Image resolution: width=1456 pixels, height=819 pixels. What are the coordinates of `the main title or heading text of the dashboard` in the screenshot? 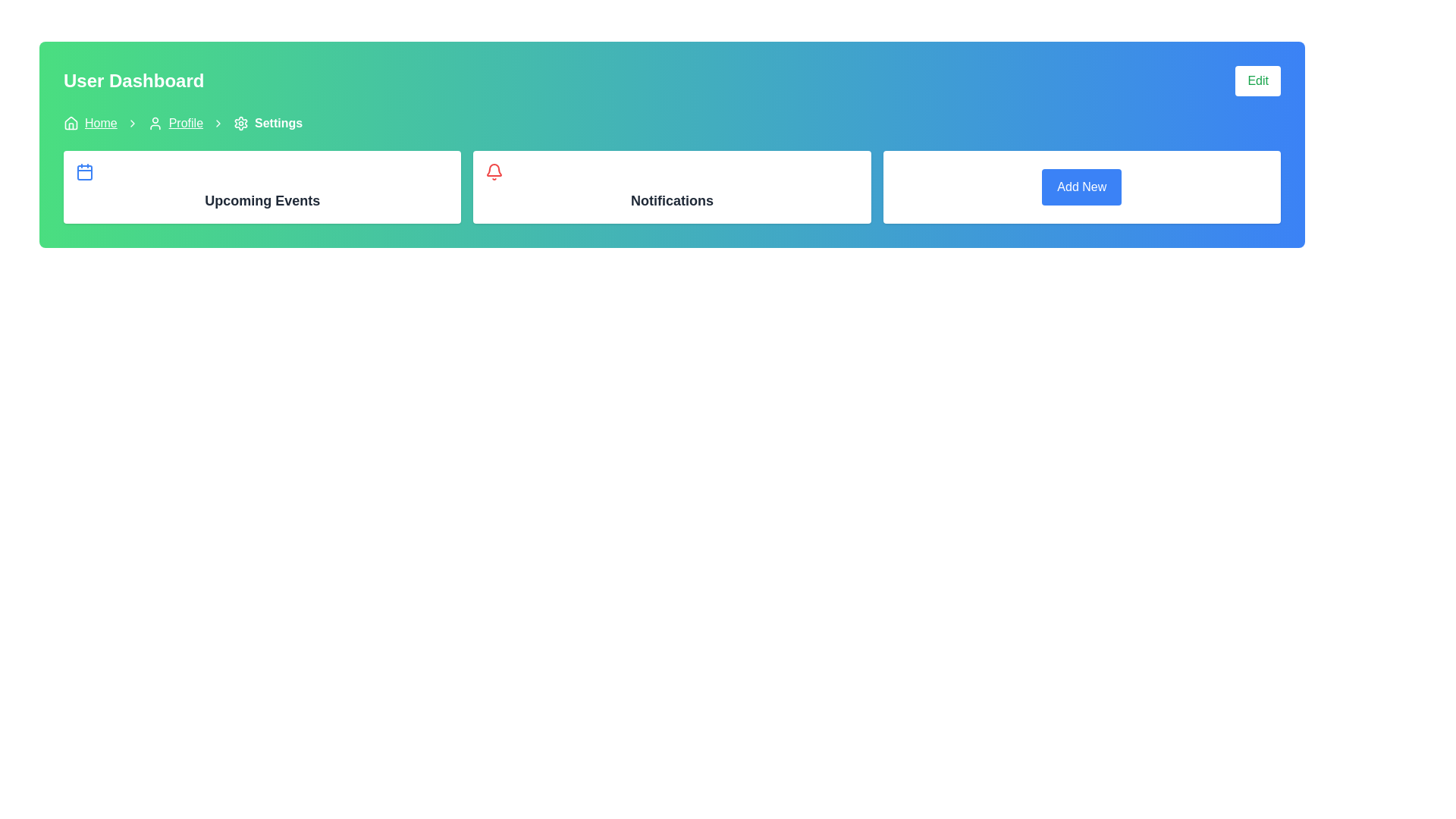 It's located at (133, 81).